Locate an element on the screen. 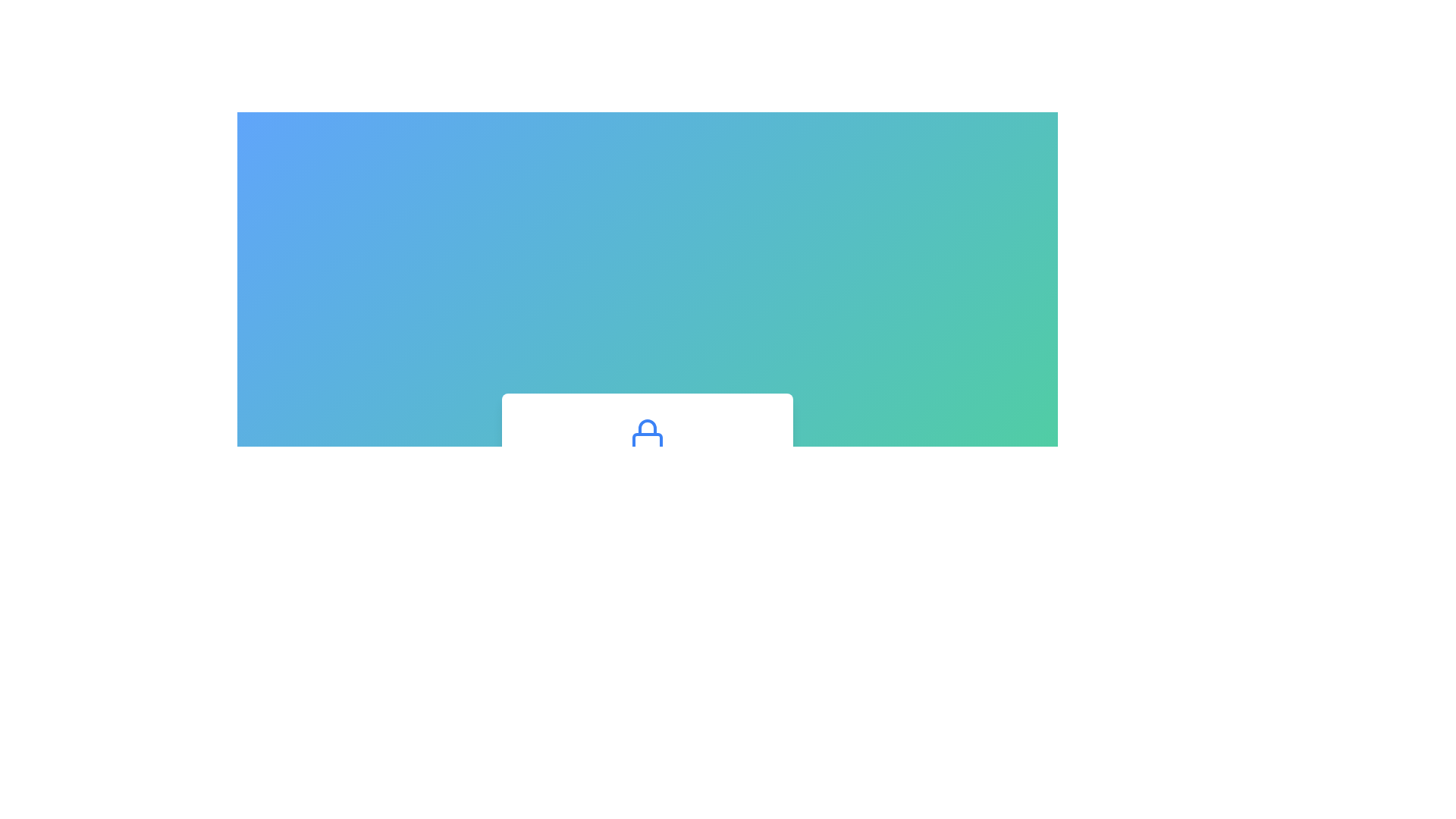  the graphical curved line that forms the shackle of the lock icon, which is positioned above the rectangular base of the lock body is located at coordinates (648, 427).